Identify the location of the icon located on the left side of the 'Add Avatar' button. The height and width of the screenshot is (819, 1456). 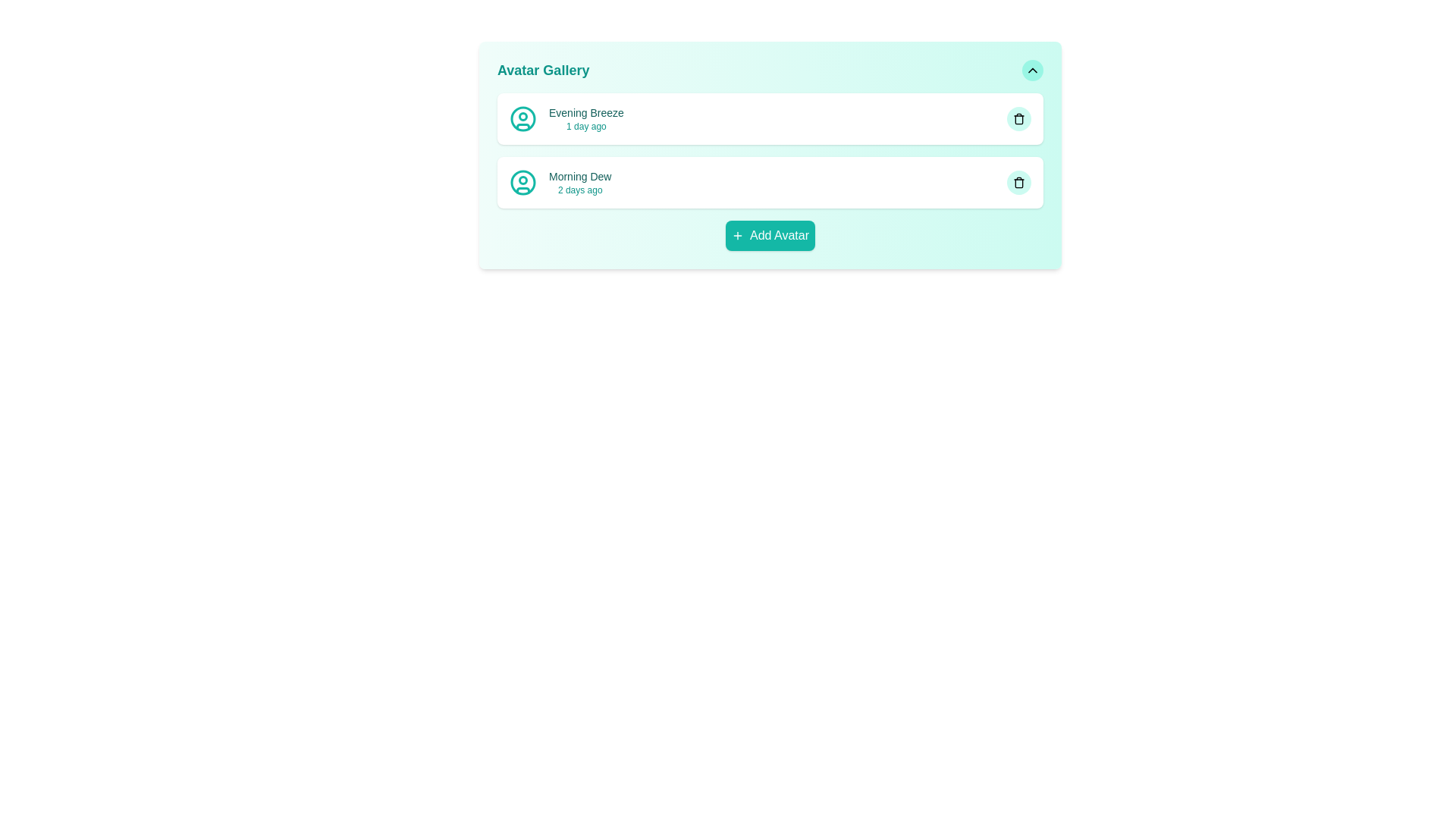
(738, 236).